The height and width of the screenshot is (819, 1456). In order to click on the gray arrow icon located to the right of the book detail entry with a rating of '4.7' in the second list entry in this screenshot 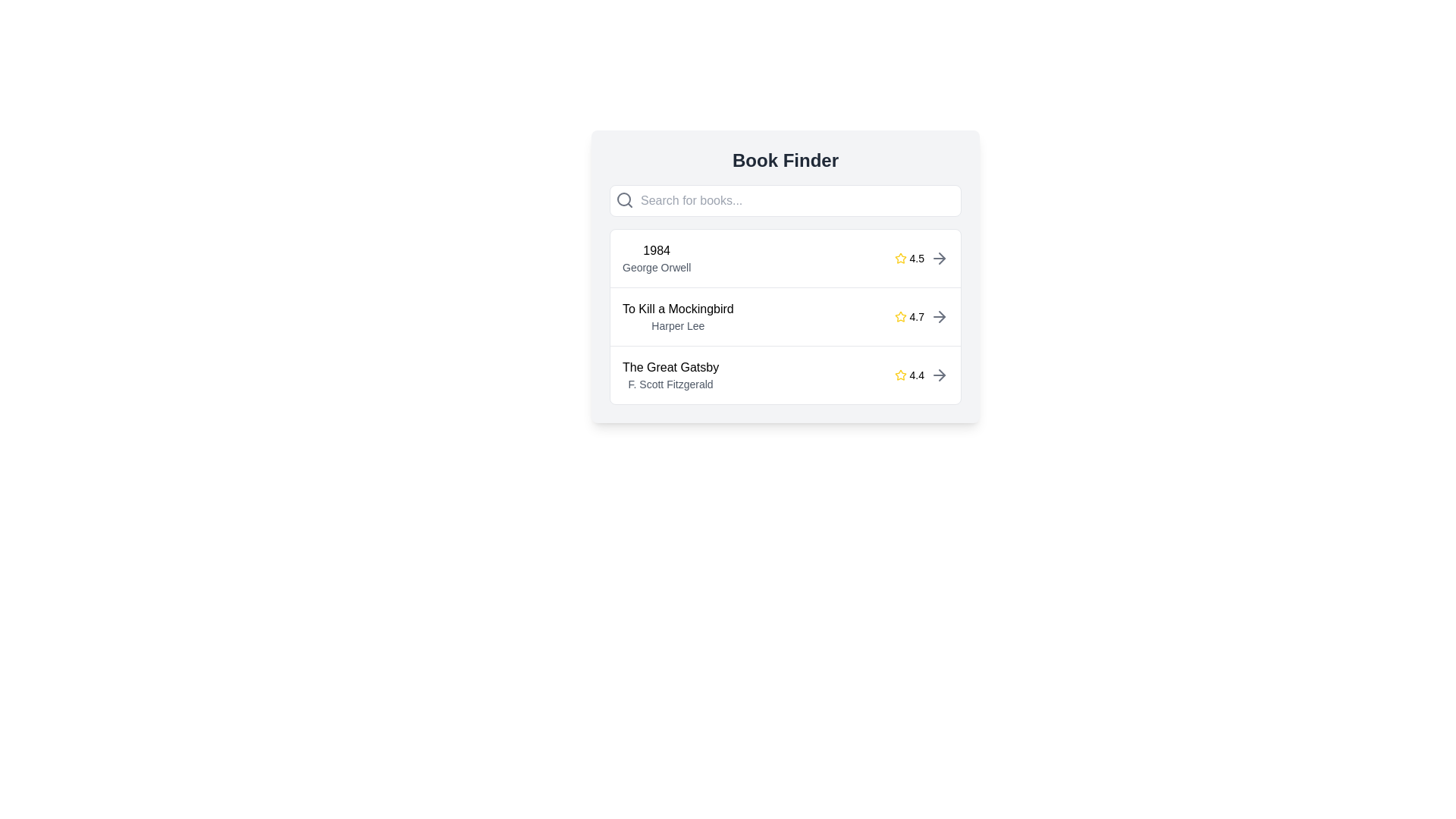, I will do `click(938, 315)`.